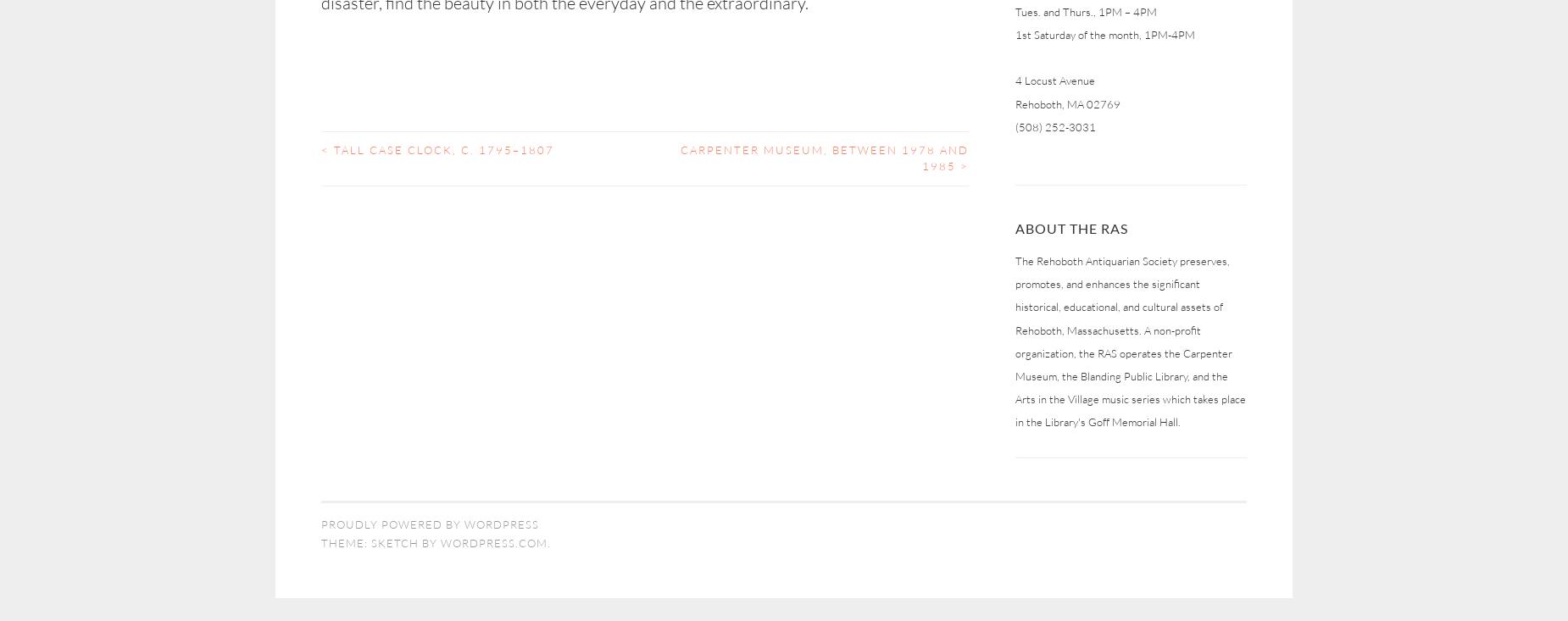 Image resolution: width=1568 pixels, height=621 pixels. I want to click on '(508) 252-3031', so click(1054, 125).